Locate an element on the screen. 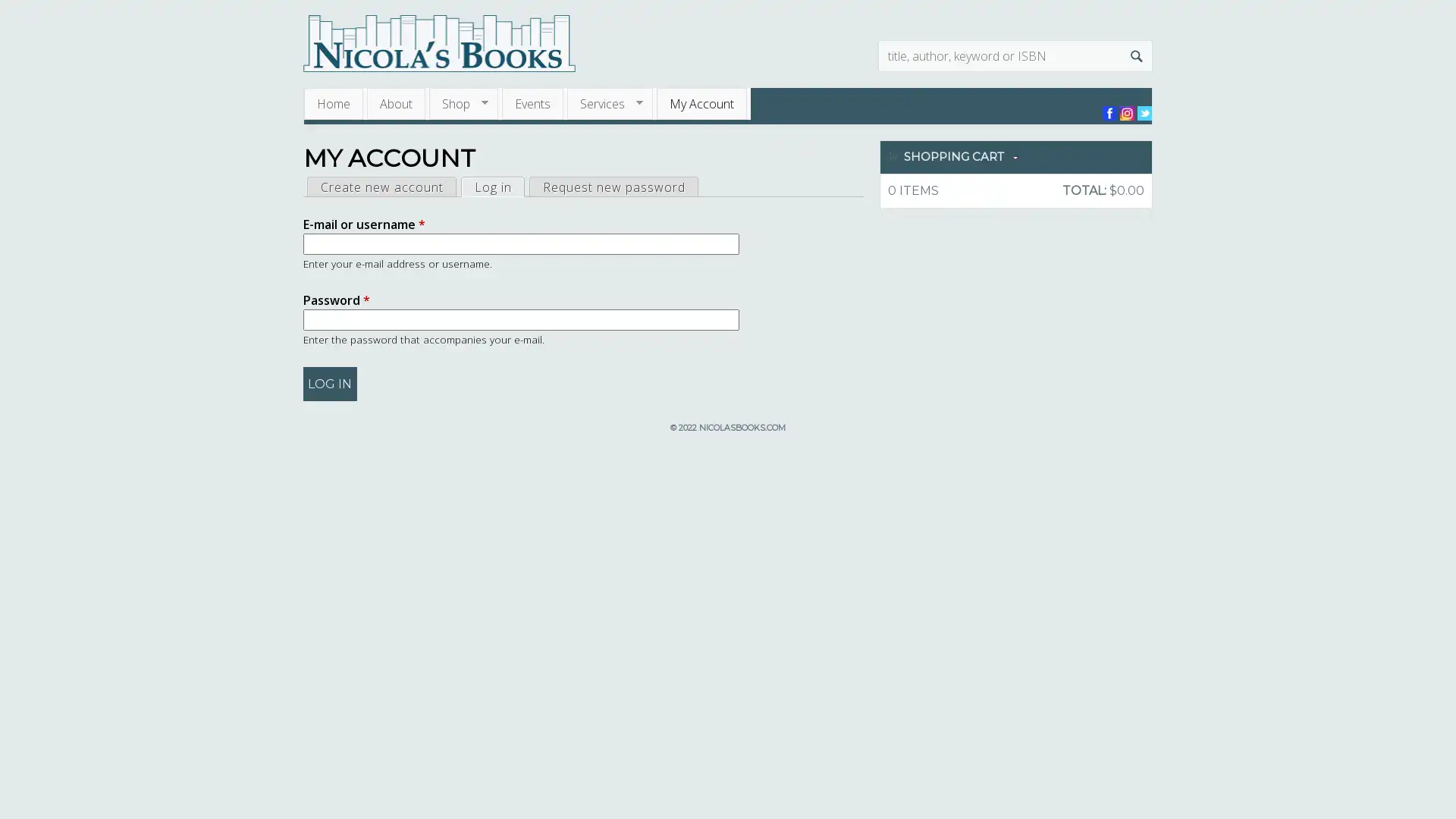  Search is located at coordinates (1136, 55).